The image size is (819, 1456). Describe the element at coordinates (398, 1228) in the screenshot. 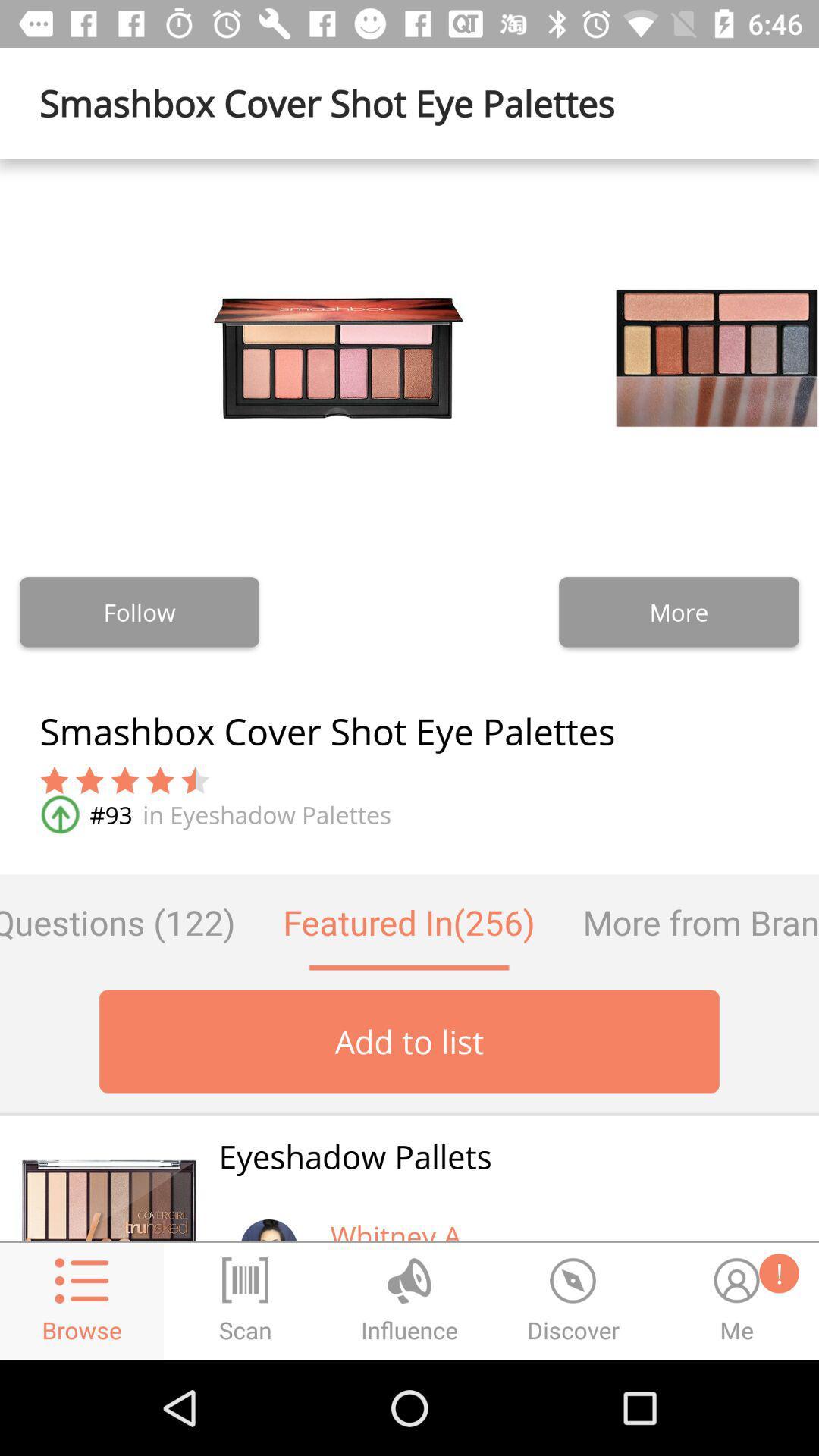

I see `item next to the ! item` at that location.